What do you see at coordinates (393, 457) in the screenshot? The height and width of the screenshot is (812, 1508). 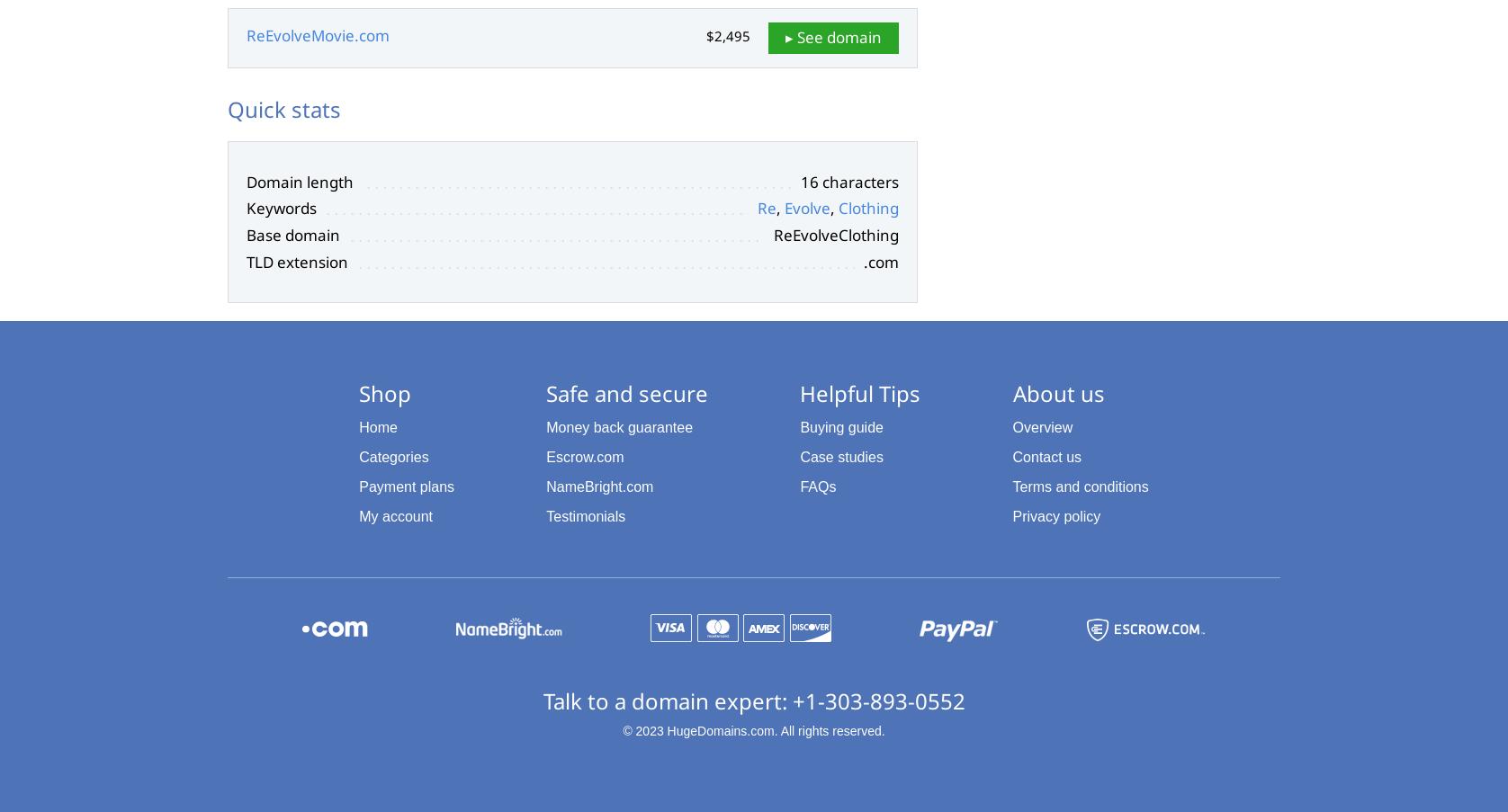 I see `'Categories'` at bounding box center [393, 457].